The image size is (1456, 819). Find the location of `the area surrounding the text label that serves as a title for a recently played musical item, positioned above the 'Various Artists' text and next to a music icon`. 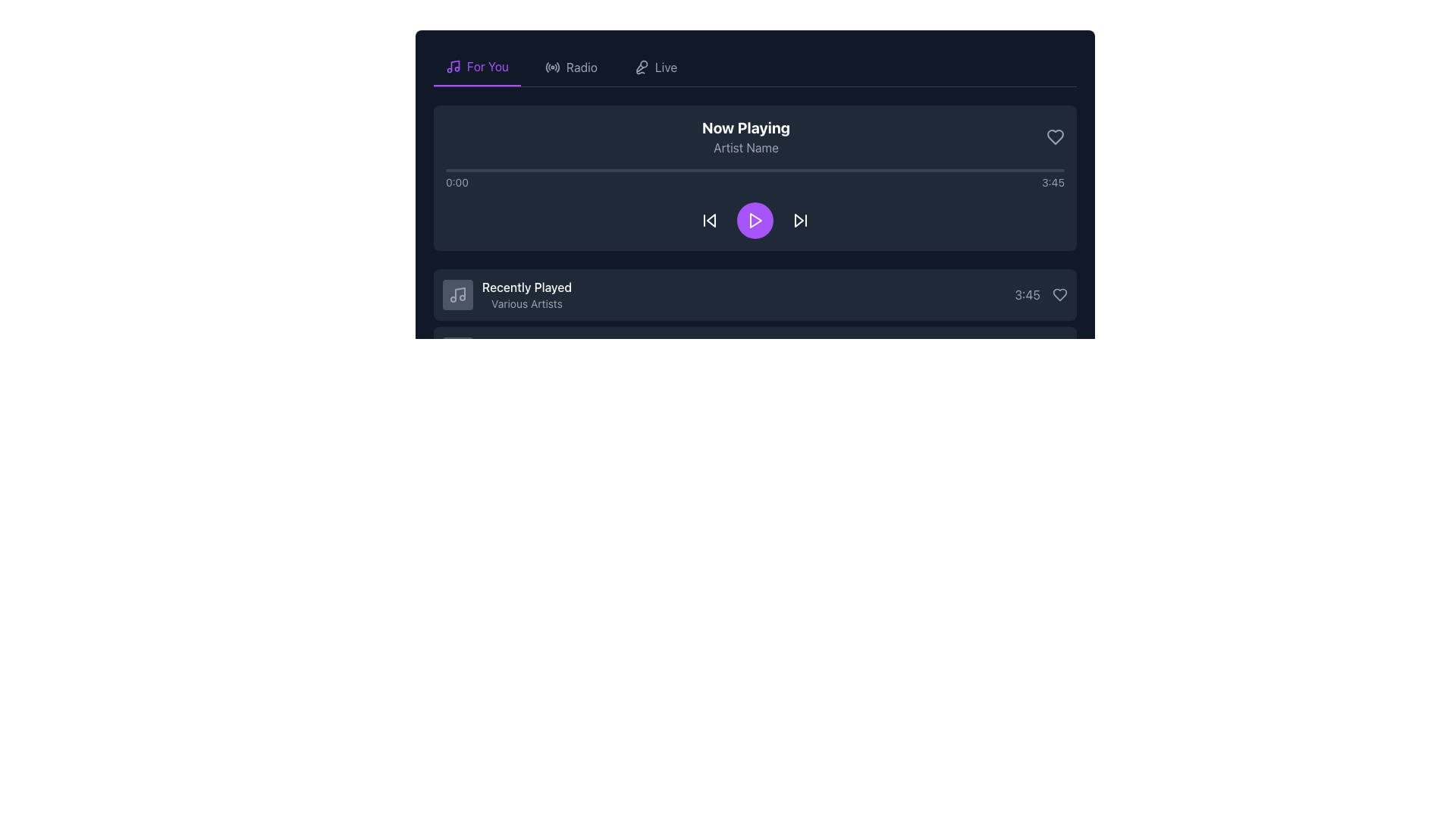

the area surrounding the text label that serves as a title for a recently played musical item, positioned above the 'Various Artists' text and next to a music icon is located at coordinates (527, 287).